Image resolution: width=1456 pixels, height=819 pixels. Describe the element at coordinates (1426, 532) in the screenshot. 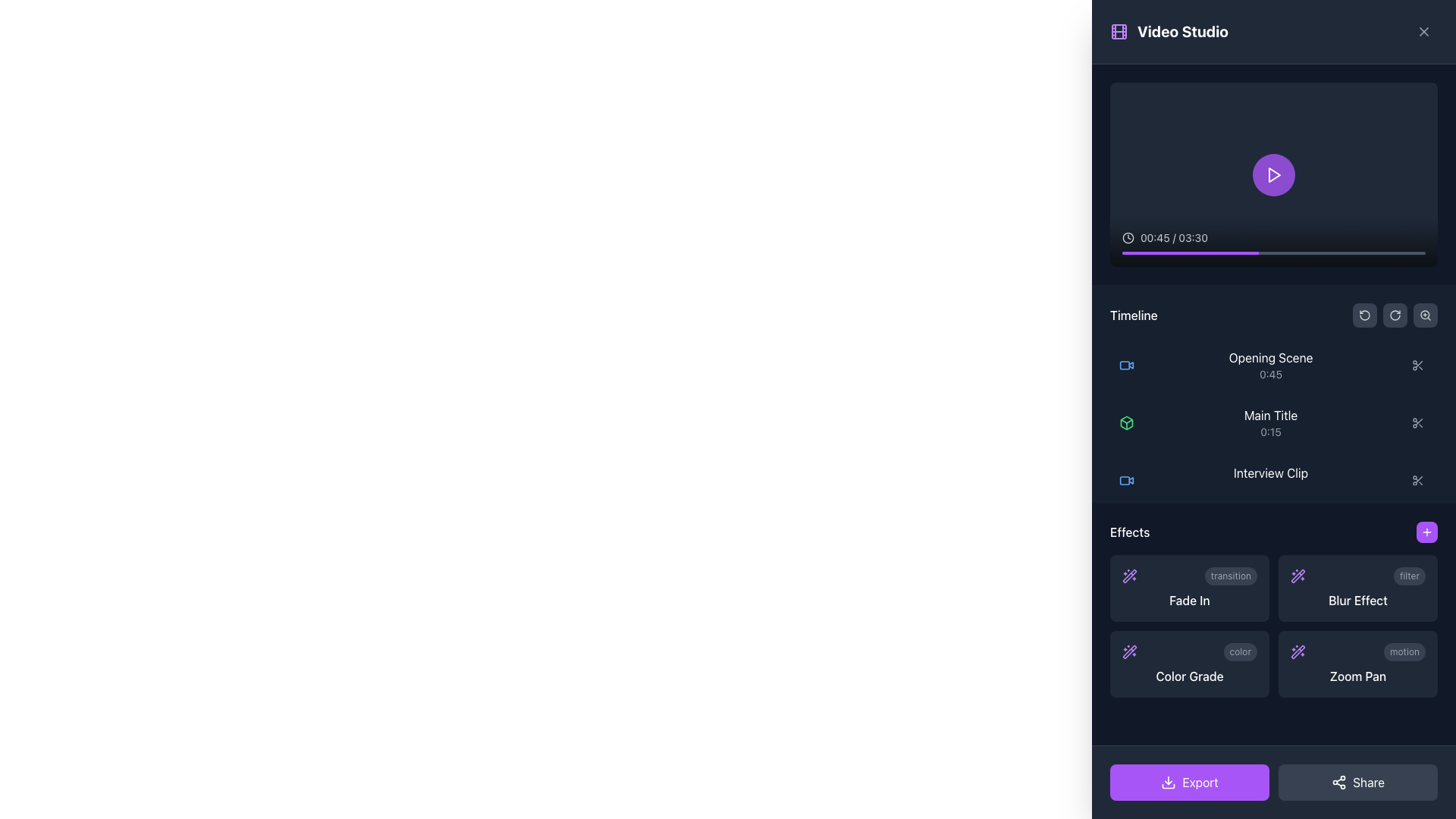

I see `the button located in the 'Effects' section, positioned to the right of the 'Effects' heading` at that location.